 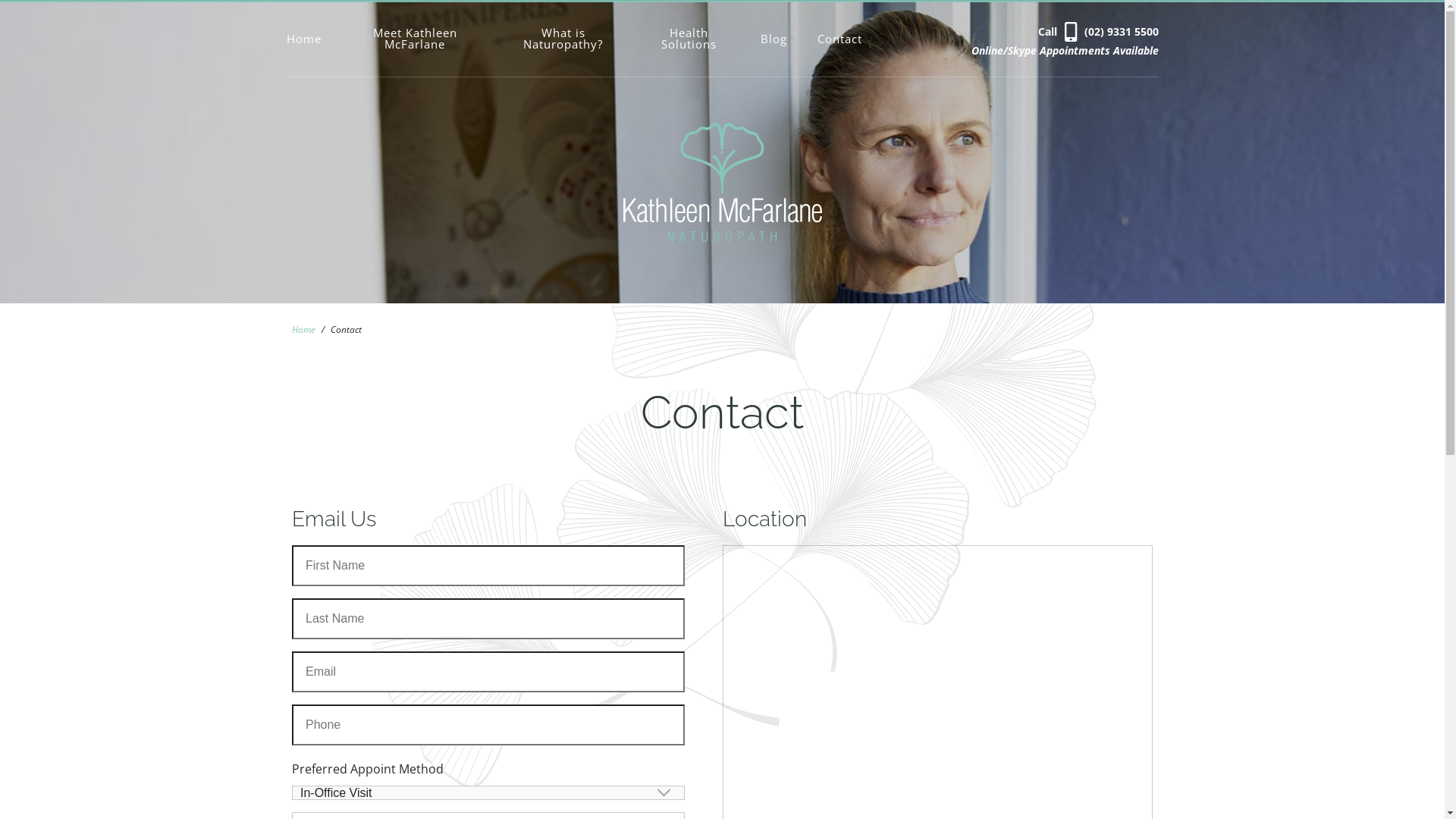 What do you see at coordinates (1097, 31) in the screenshot?
I see `'Call` at bounding box center [1097, 31].